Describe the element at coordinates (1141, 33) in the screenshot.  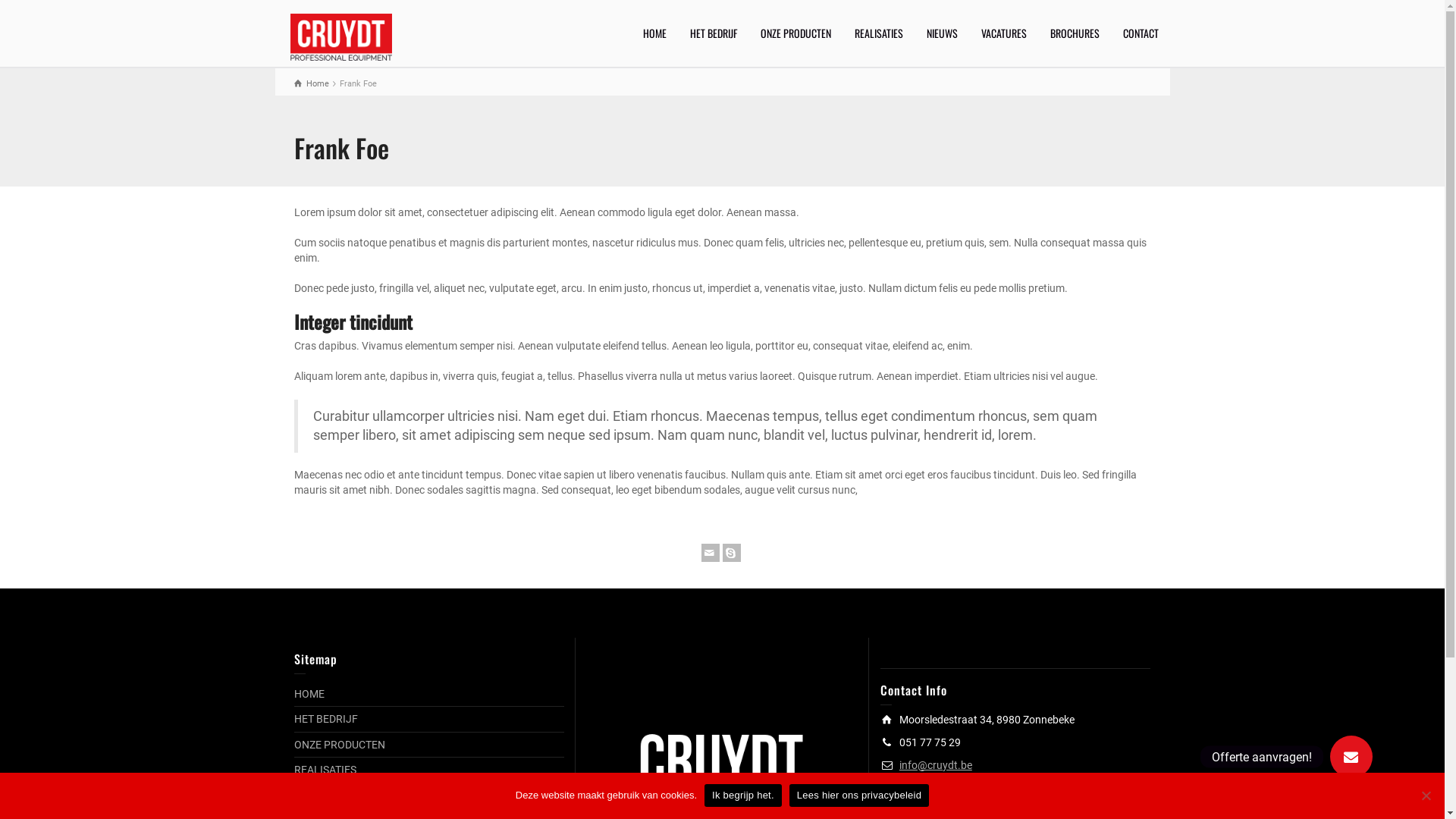
I see `'CONTACT'` at that location.